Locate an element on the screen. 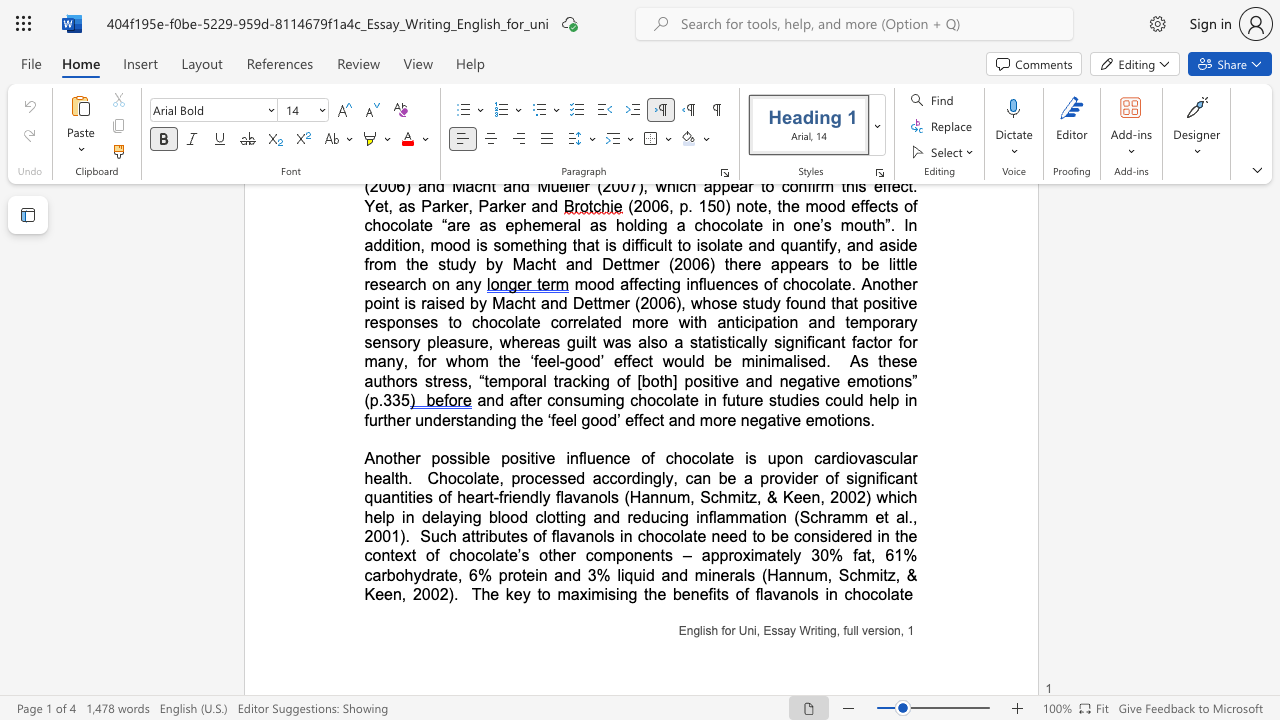 This screenshot has height=720, width=1280. the subset text "sion," within the text "English for Uni, Essay Writing, full version," is located at coordinates (878, 631).